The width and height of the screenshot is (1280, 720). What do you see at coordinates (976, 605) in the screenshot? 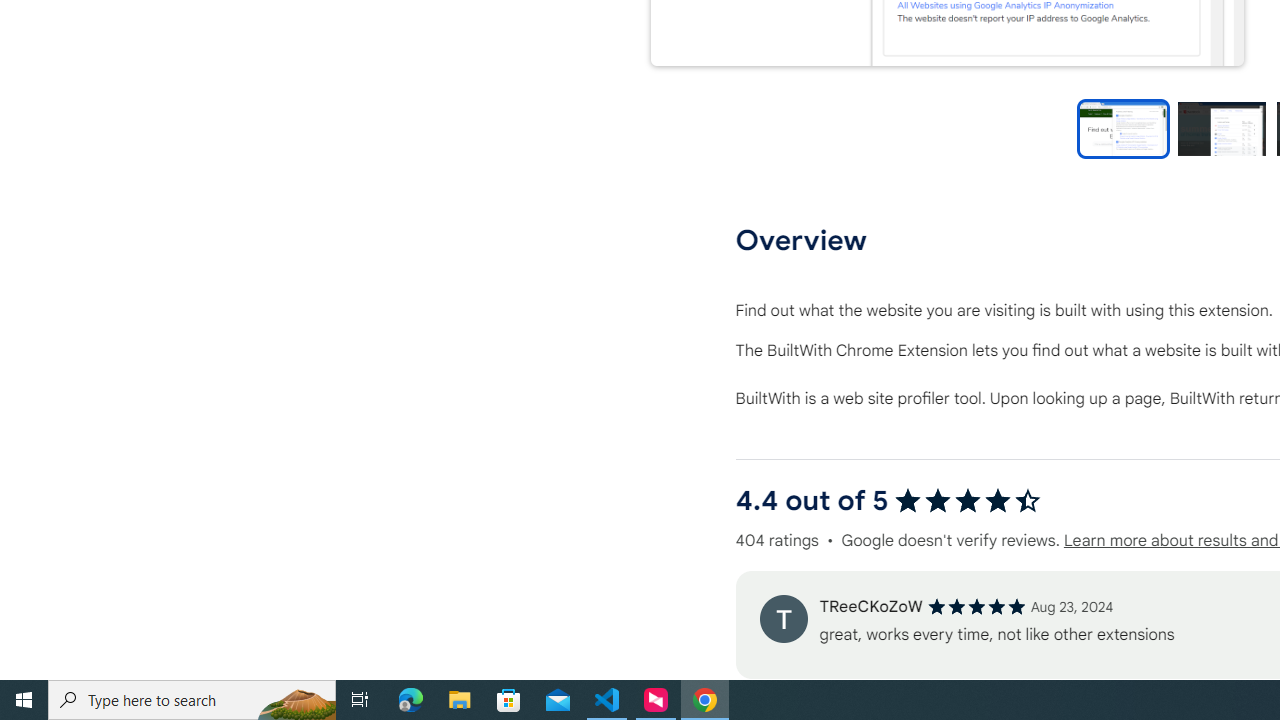
I see `'5 out of 5 stars'` at bounding box center [976, 605].